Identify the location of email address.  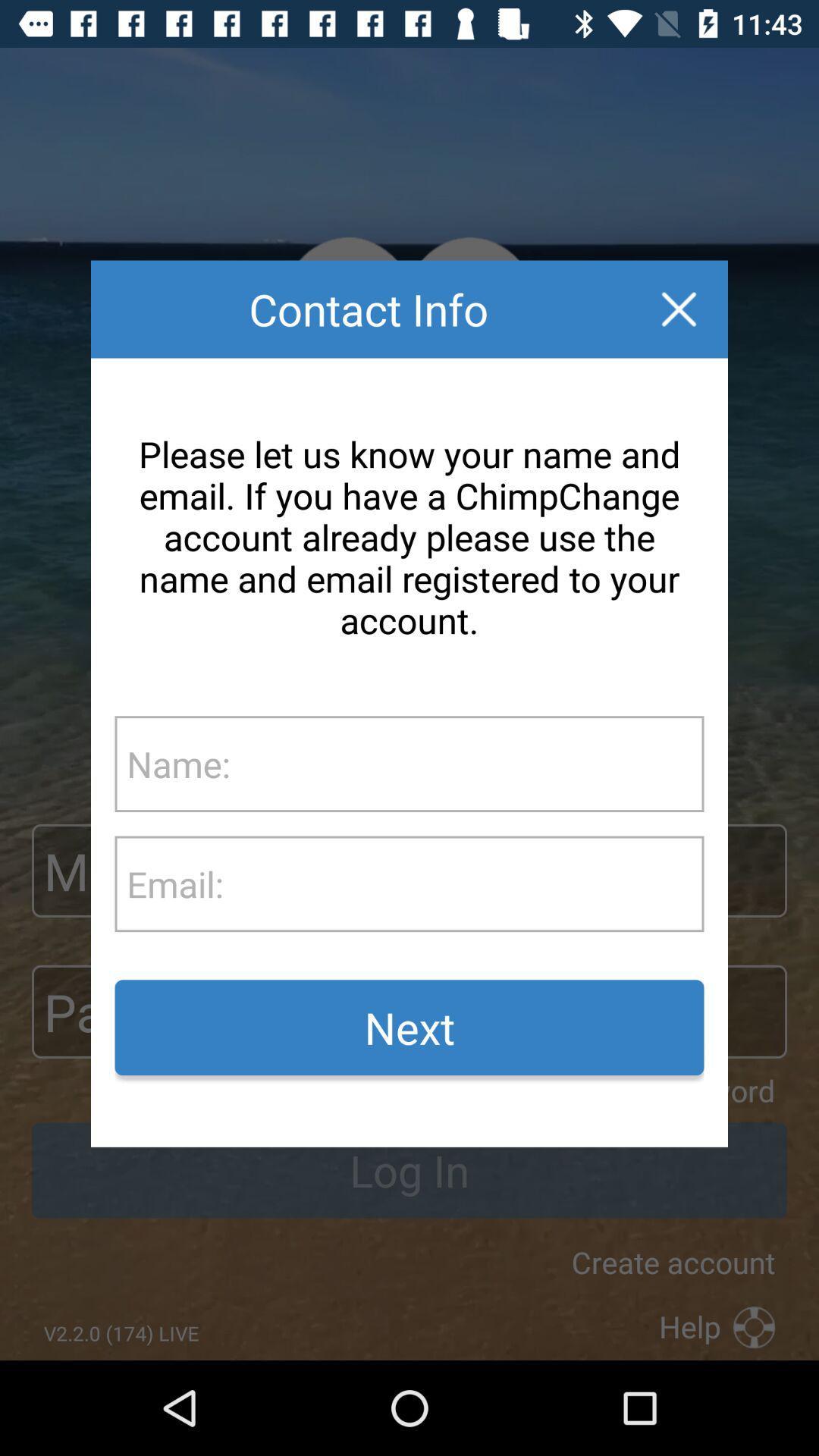
(463, 883).